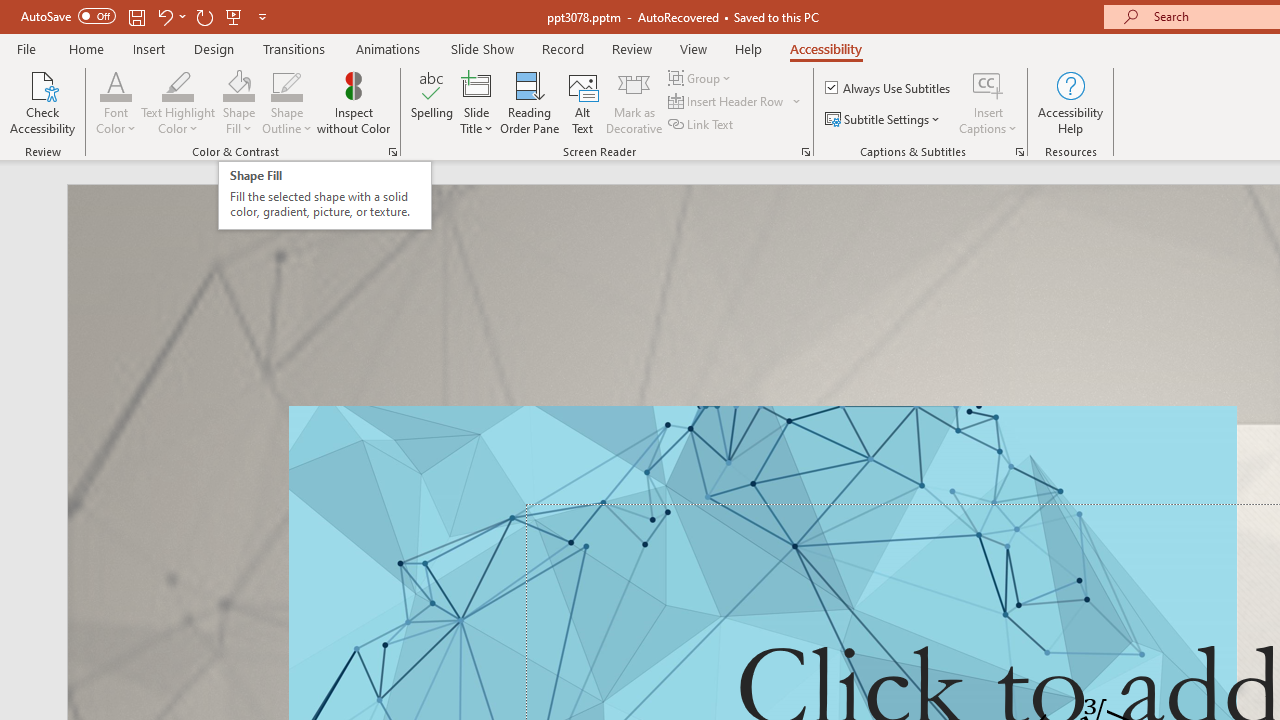  What do you see at coordinates (988, 103) in the screenshot?
I see `'Insert Captions'` at bounding box center [988, 103].